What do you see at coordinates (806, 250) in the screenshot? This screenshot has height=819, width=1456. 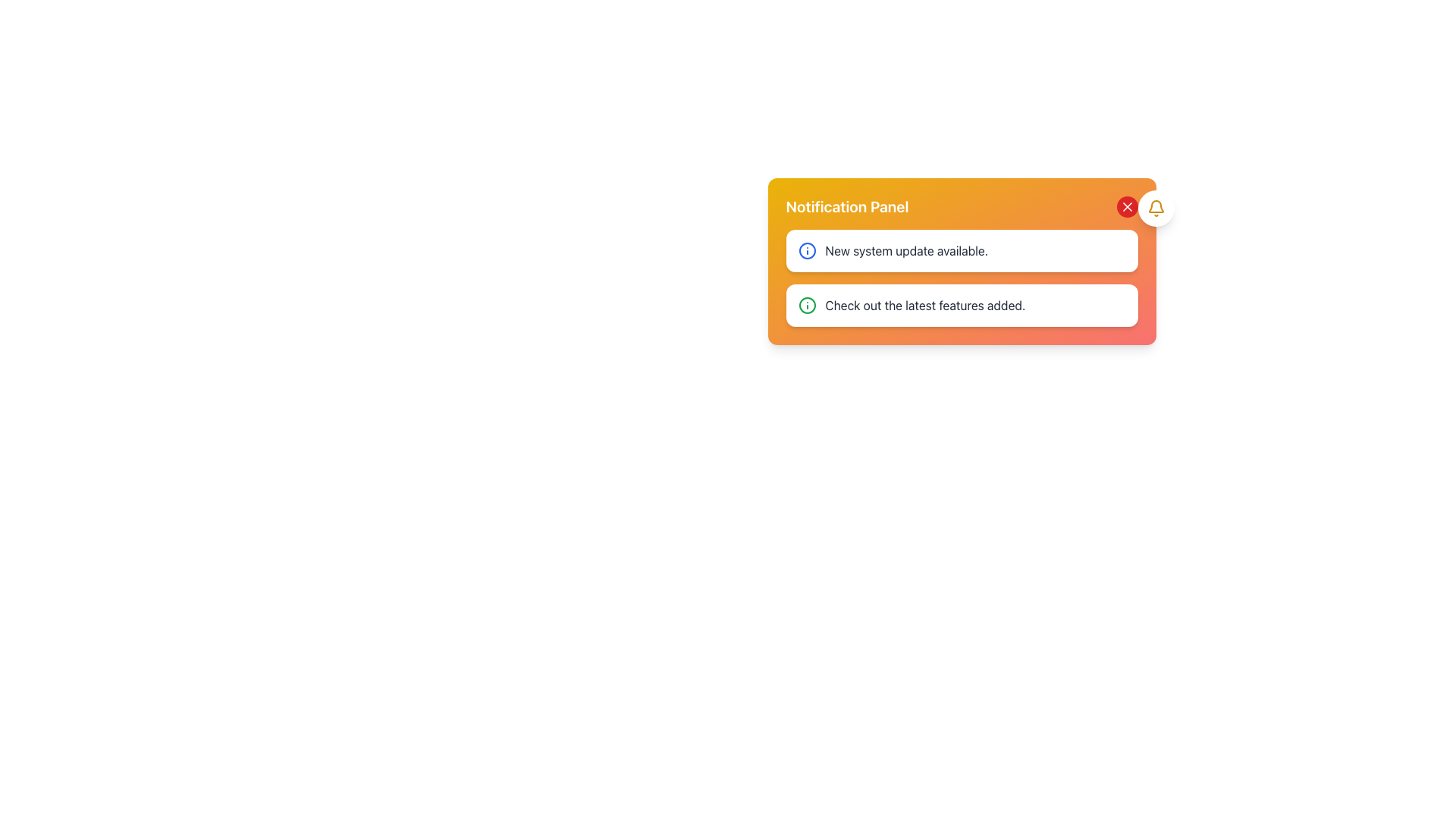 I see `the circular blue informational icon located in the notification panel, which is situated to the left of the text 'New system update available'` at bounding box center [806, 250].